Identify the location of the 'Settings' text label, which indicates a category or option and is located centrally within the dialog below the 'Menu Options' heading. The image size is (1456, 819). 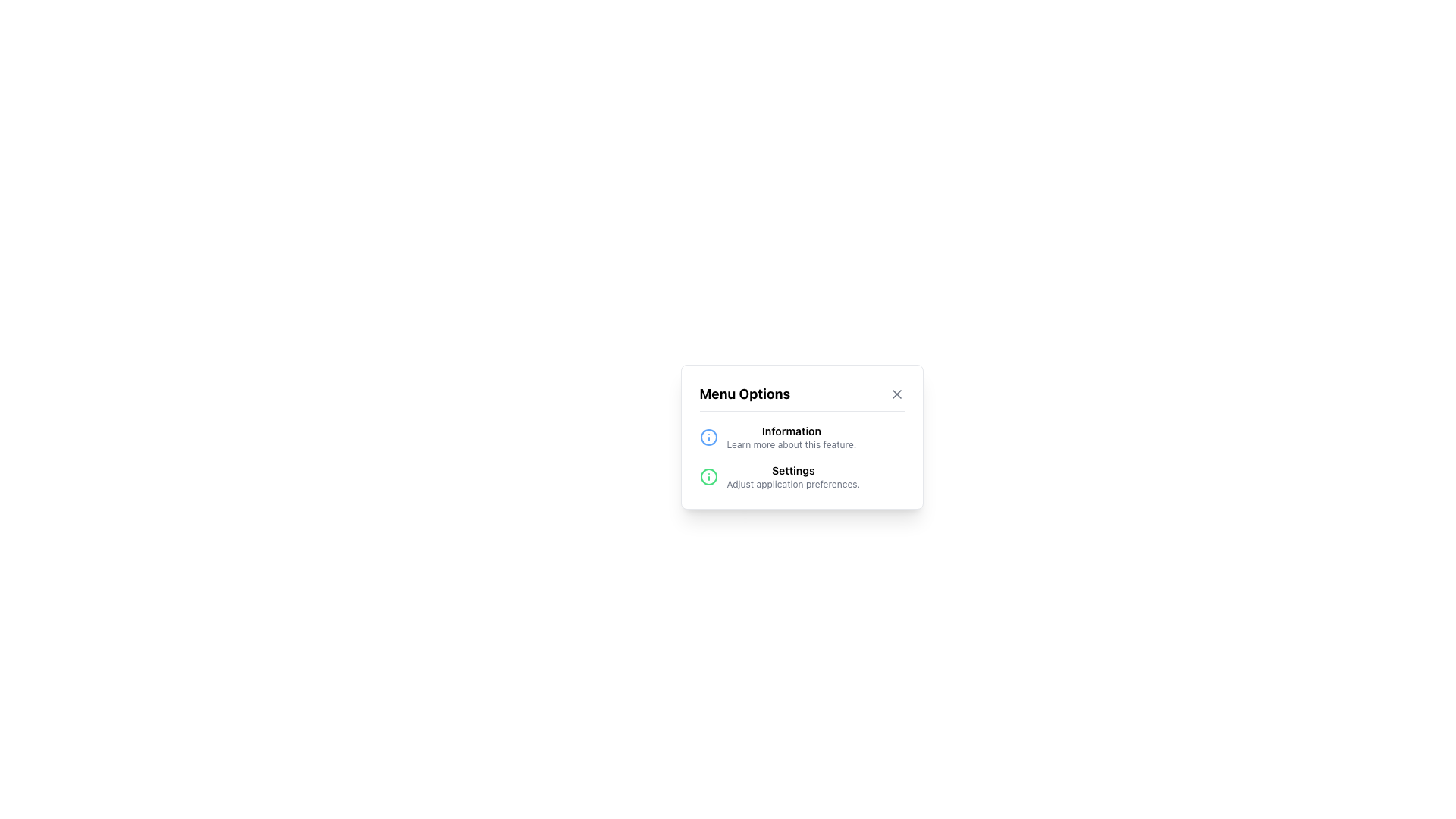
(792, 469).